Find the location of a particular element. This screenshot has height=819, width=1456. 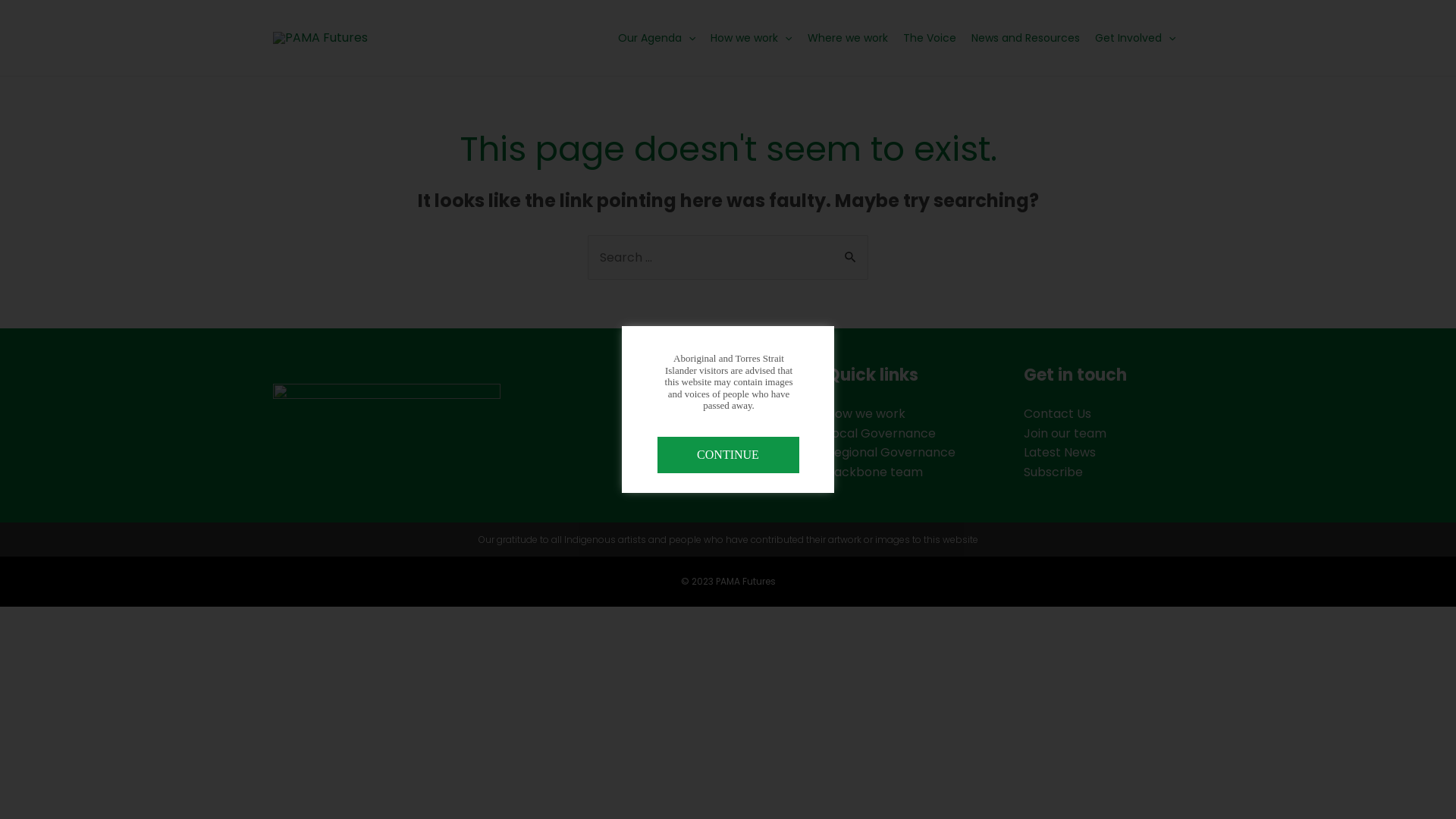

'Latest News' is located at coordinates (1059, 451).